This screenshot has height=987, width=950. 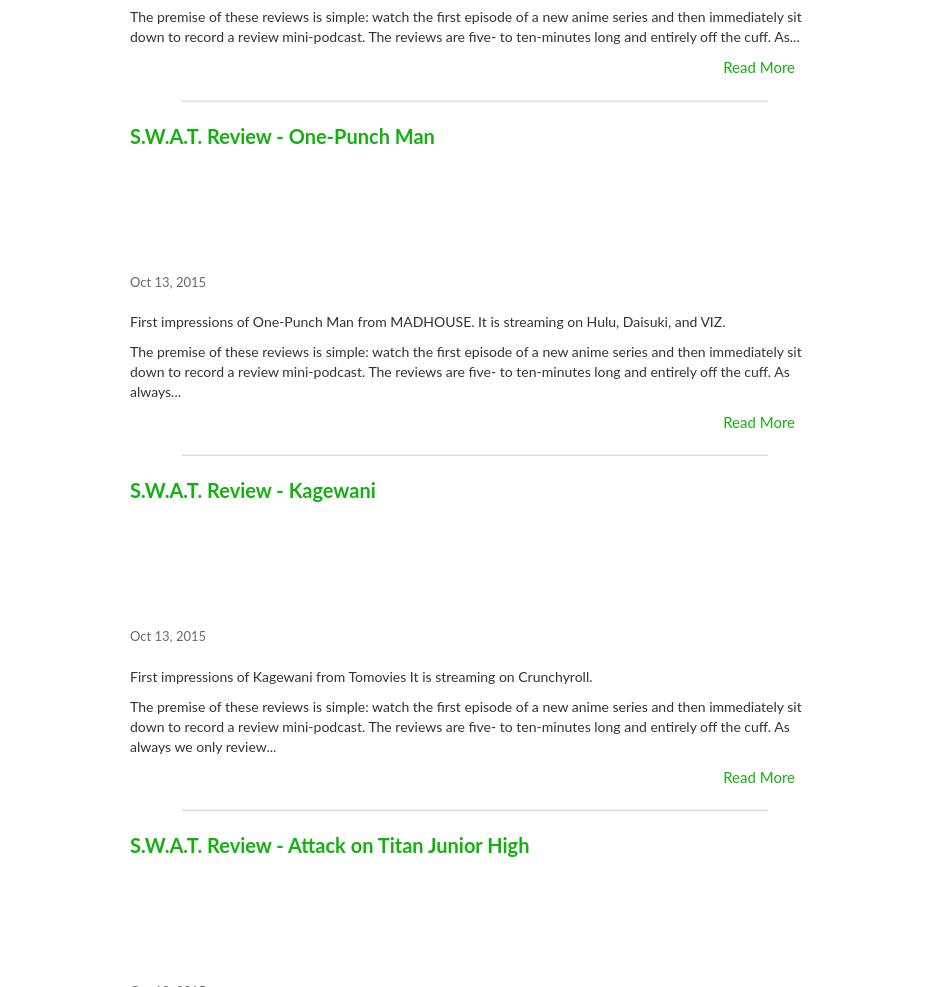 What do you see at coordinates (426, 320) in the screenshot?
I see `'First impressions of One-Punch Man from MADHOUSE. It is
streaming on Hulu, Daisuki, and VIZ.'` at bounding box center [426, 320].